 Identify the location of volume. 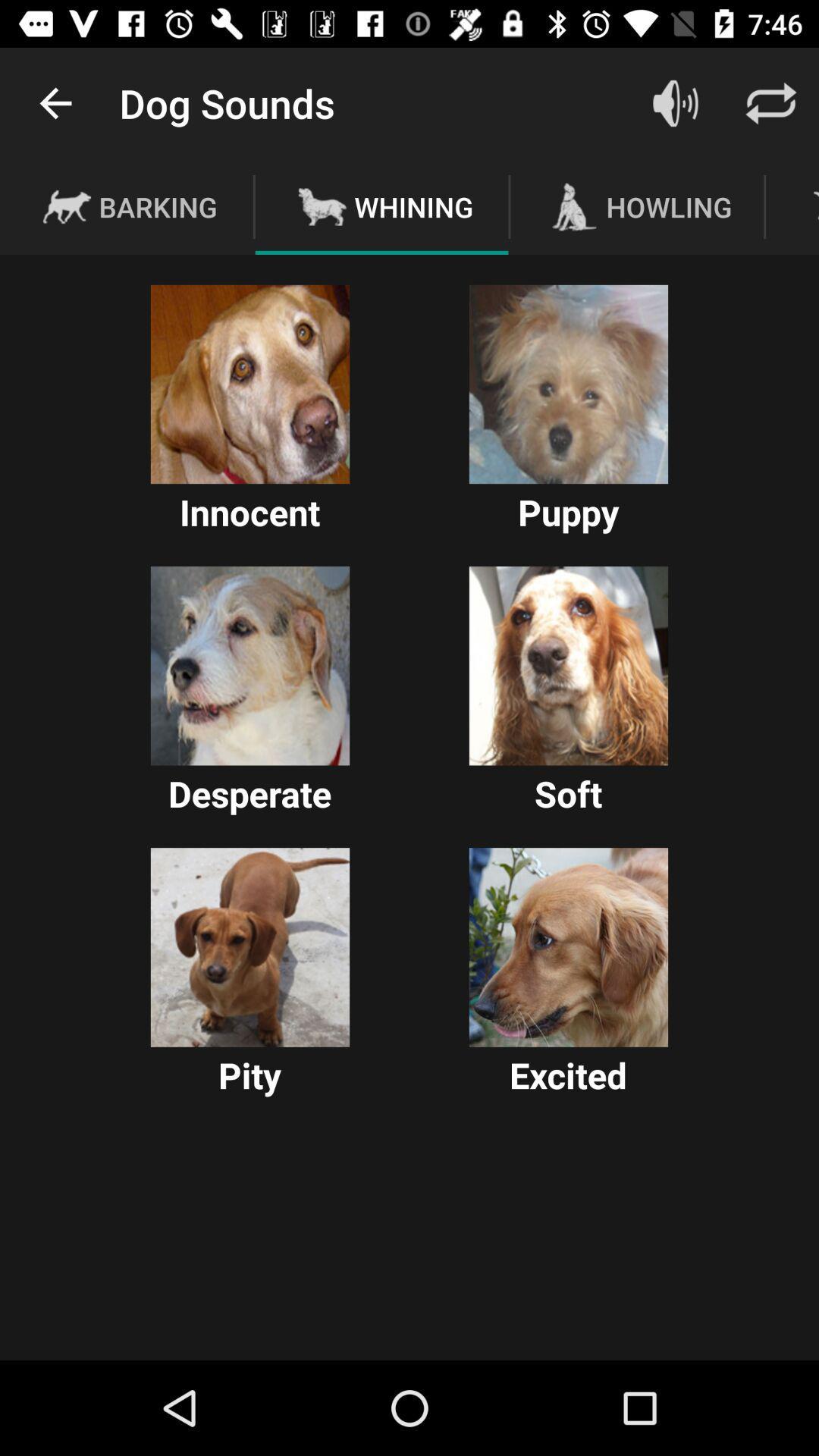
(675, 102).